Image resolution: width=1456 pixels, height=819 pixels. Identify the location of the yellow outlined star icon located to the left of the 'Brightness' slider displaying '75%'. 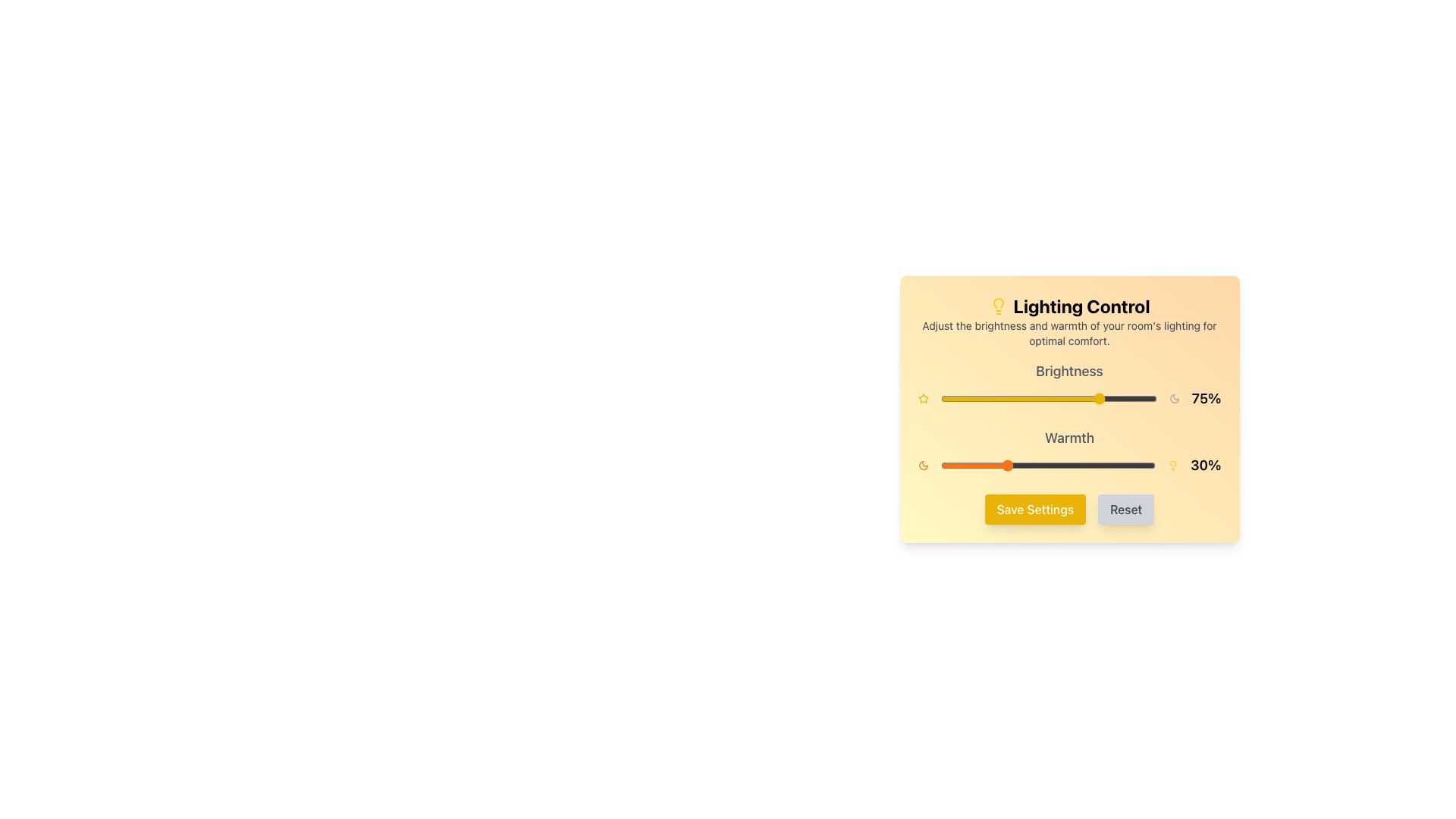
(922, 397).